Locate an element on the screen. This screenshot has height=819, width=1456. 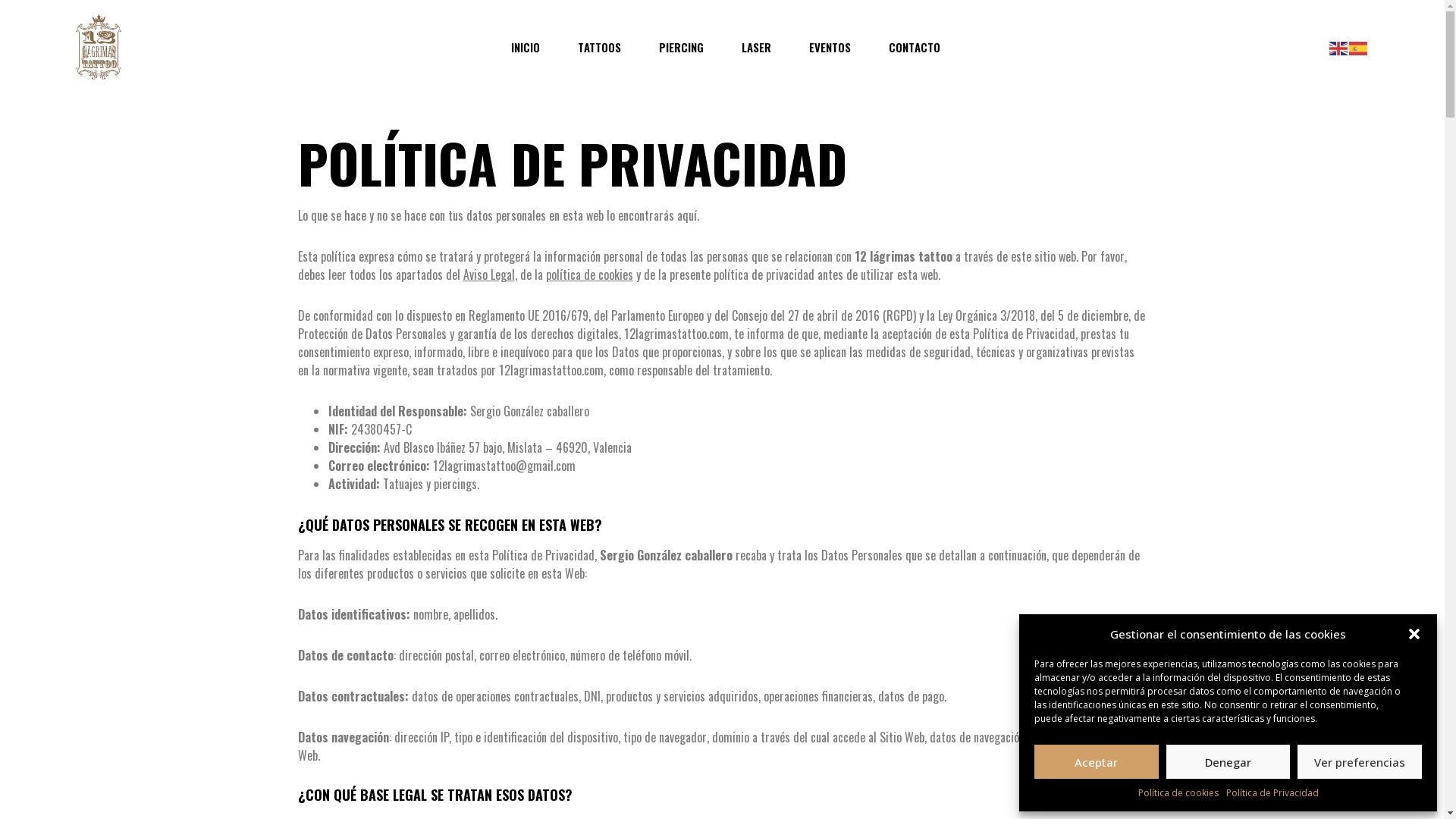
'LASER' is located at coordinates (756, 45).